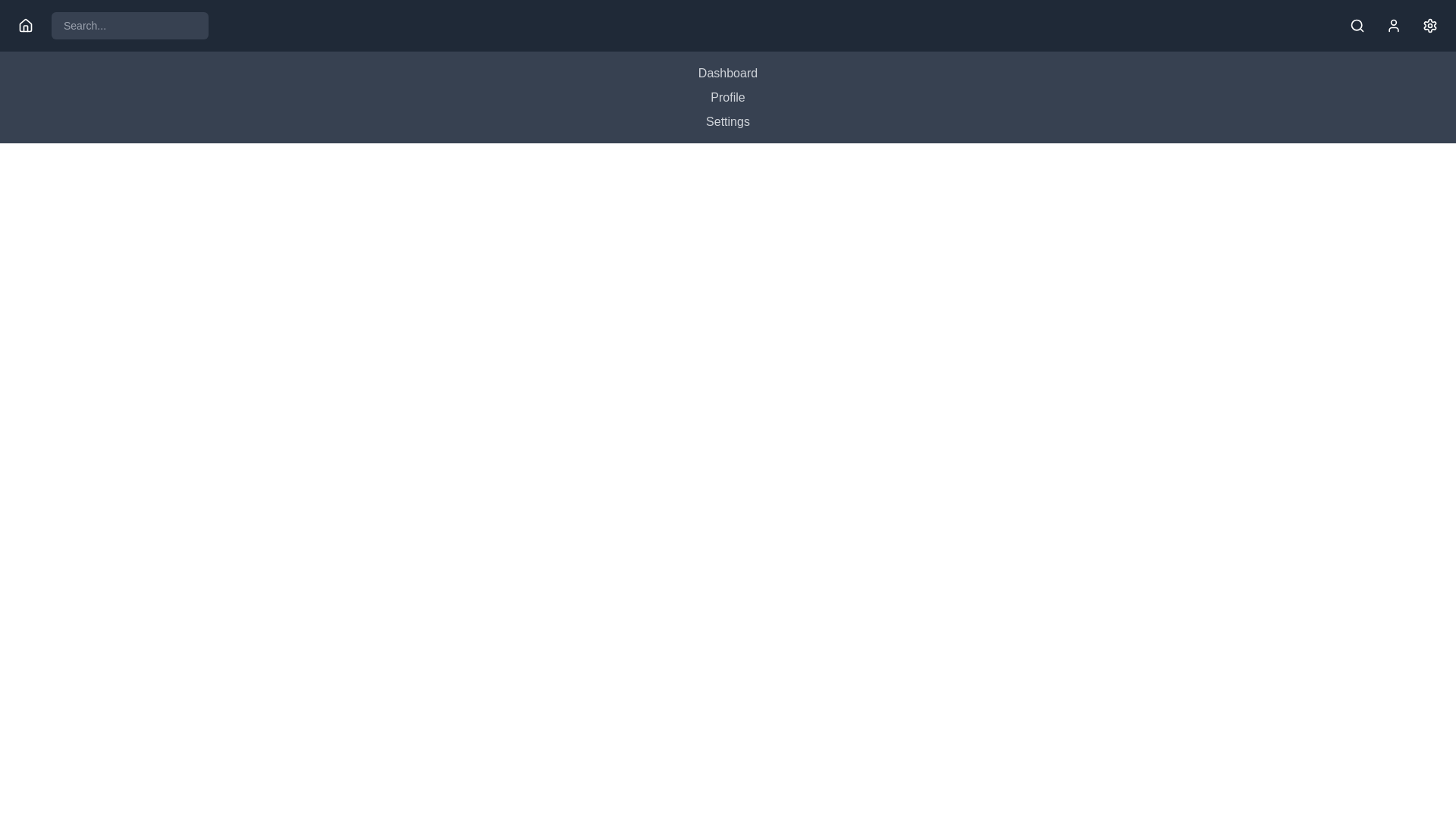 This screenshot has height=819, width=1456. Describe the element at coordinates (1357, 26) in the screenshot. I see `the search icon button located at the top-right corner of the header bar` at that location.